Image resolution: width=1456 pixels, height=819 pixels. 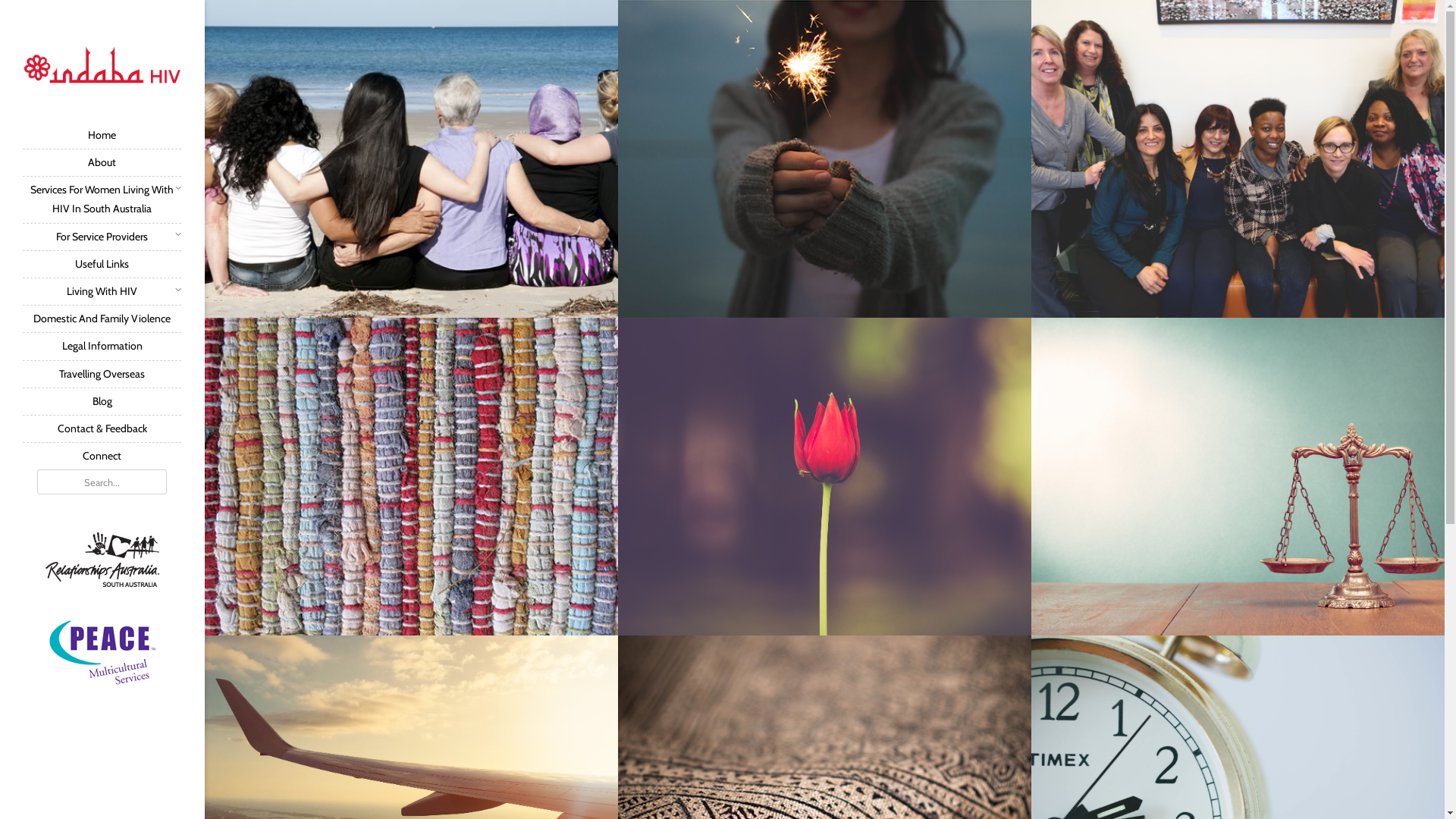 I want to click on 'About', so click(x=101, y=162).